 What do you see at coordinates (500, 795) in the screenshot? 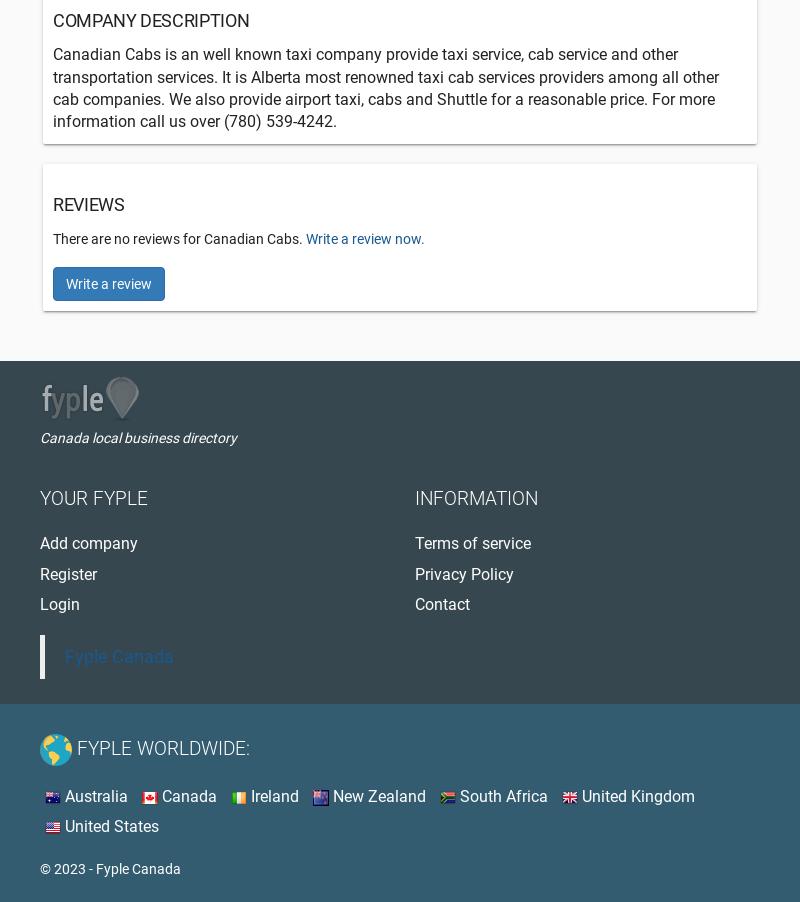
I see `'South Africa'` at bounding box center [500, 795].